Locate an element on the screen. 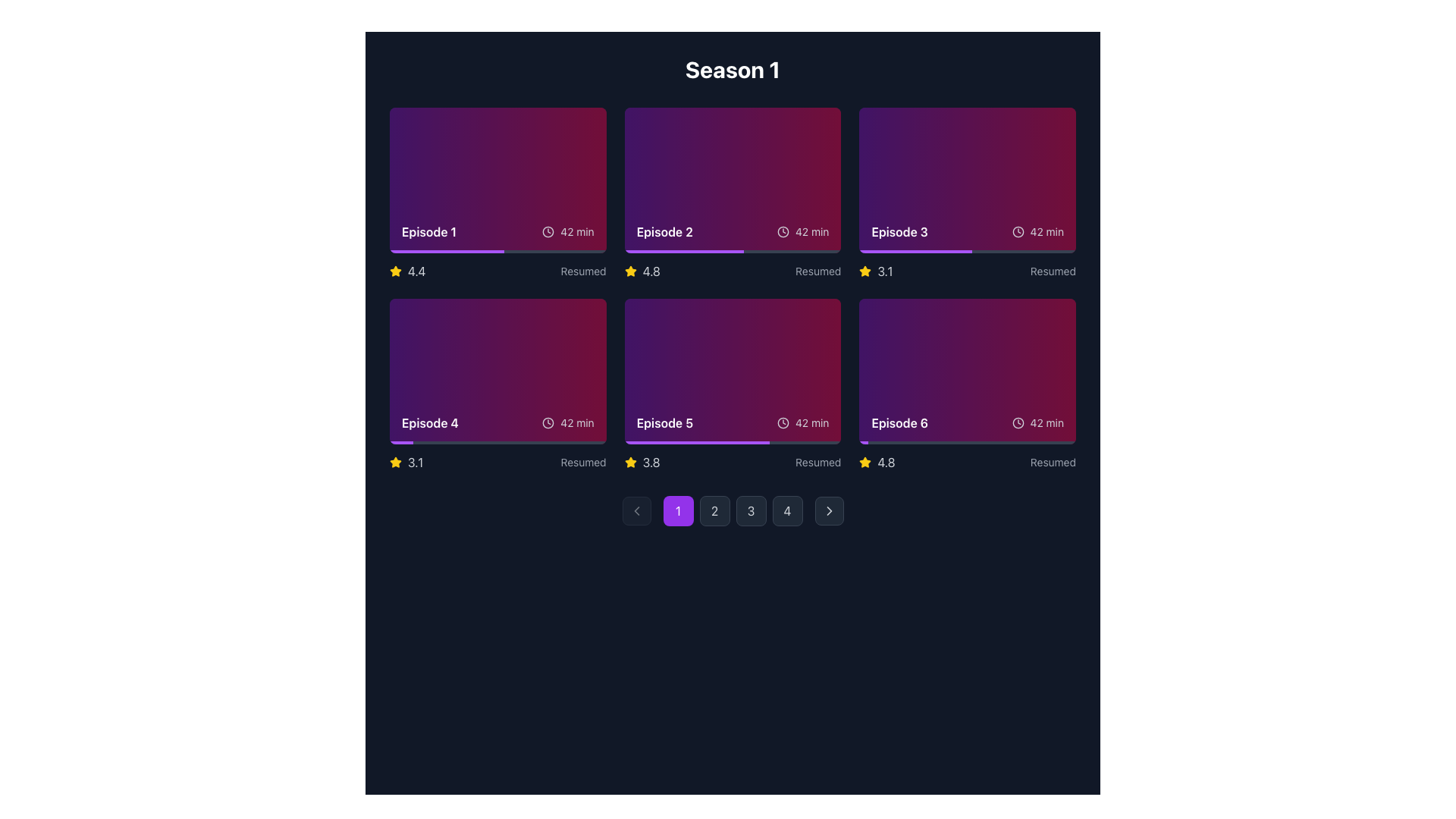  the gray clock icon located in the top-right corner of the 'Episode 5' card, positioned to the left of the '42 min' text is located at coordinates (783, 423).